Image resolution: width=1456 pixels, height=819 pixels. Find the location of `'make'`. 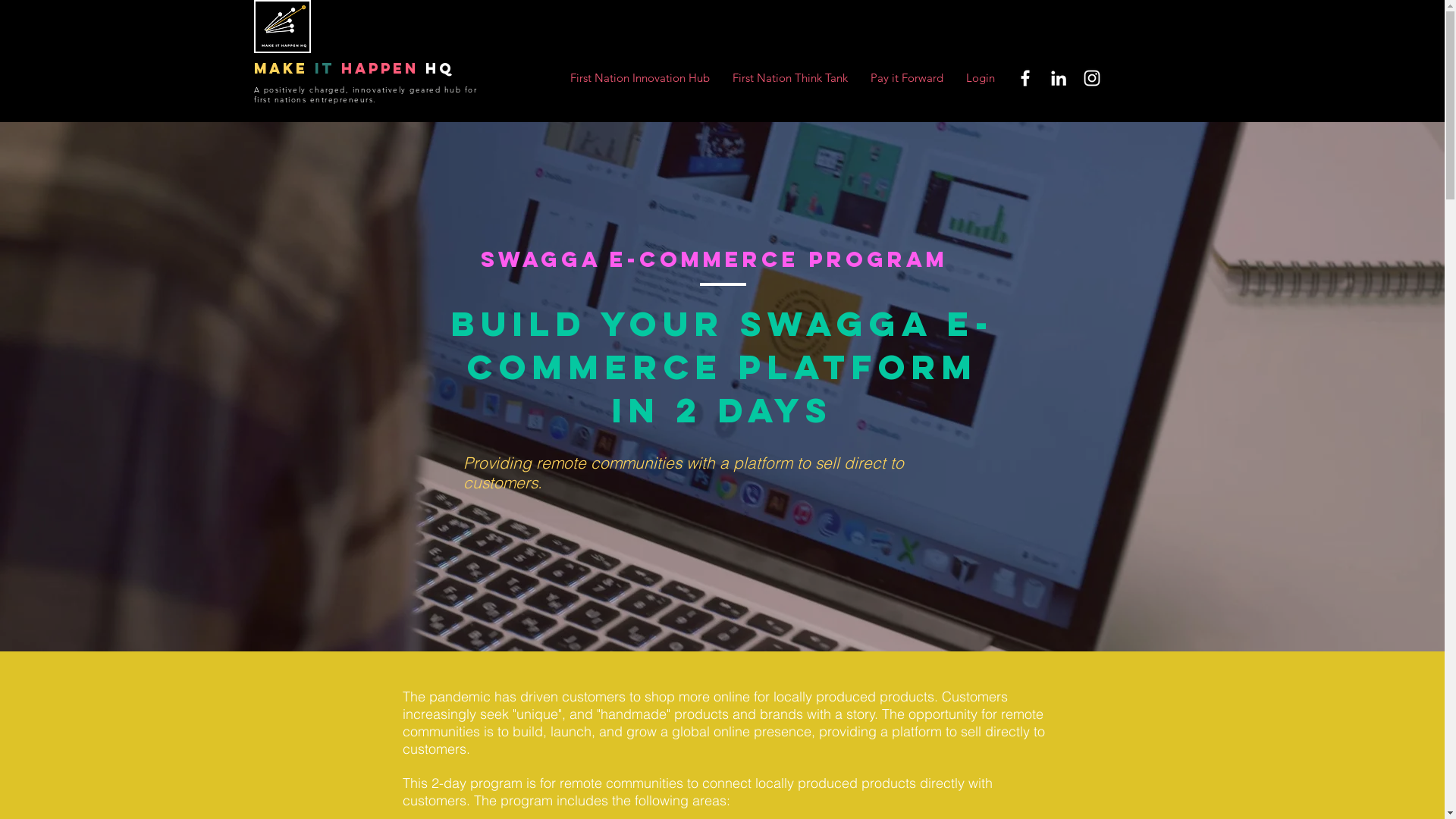

'make' is located at coordinates (280, 67).